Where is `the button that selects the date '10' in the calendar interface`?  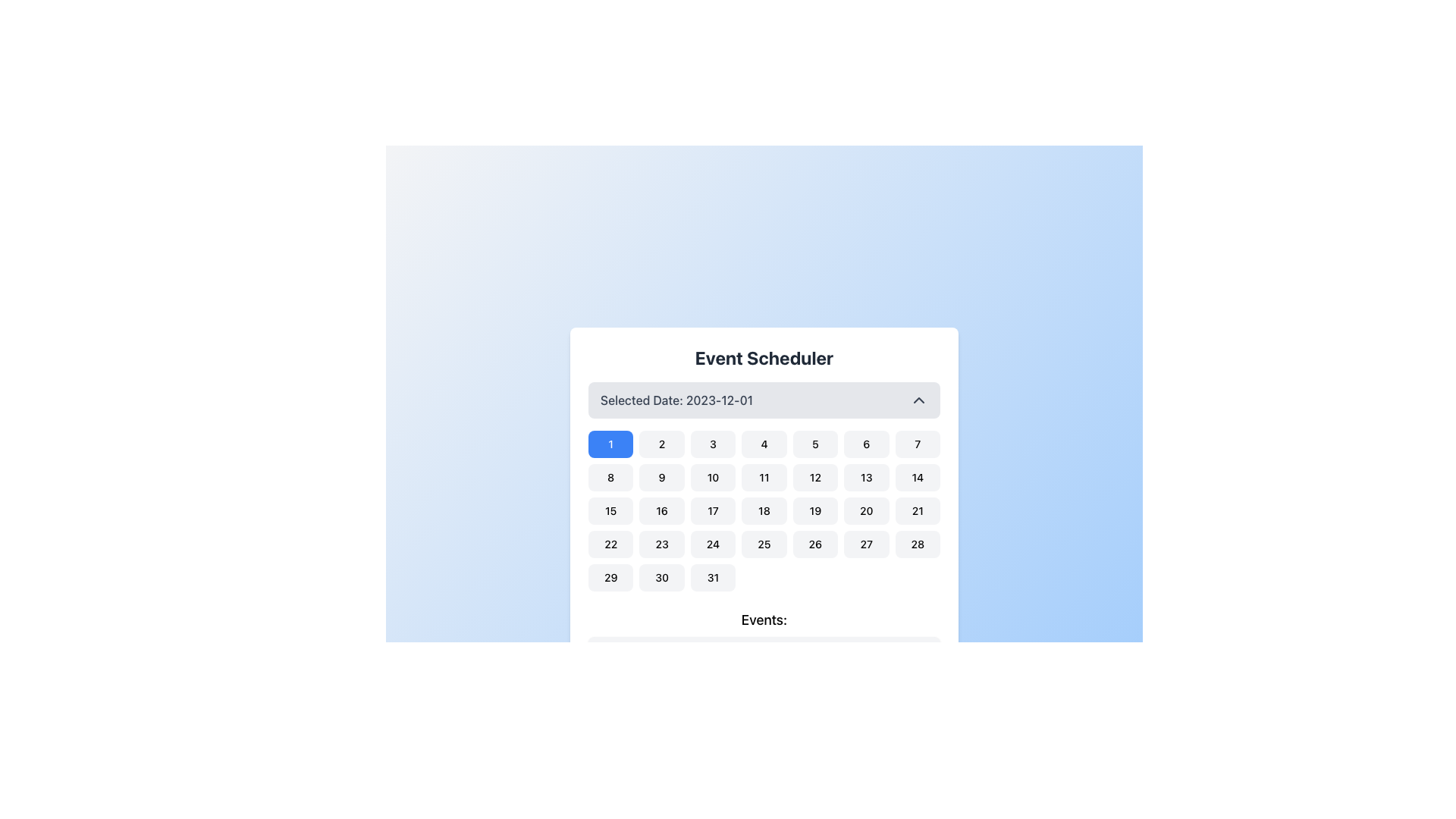 the button that selects the date '10' in the calendar interface is located at coordinates (712, 476).